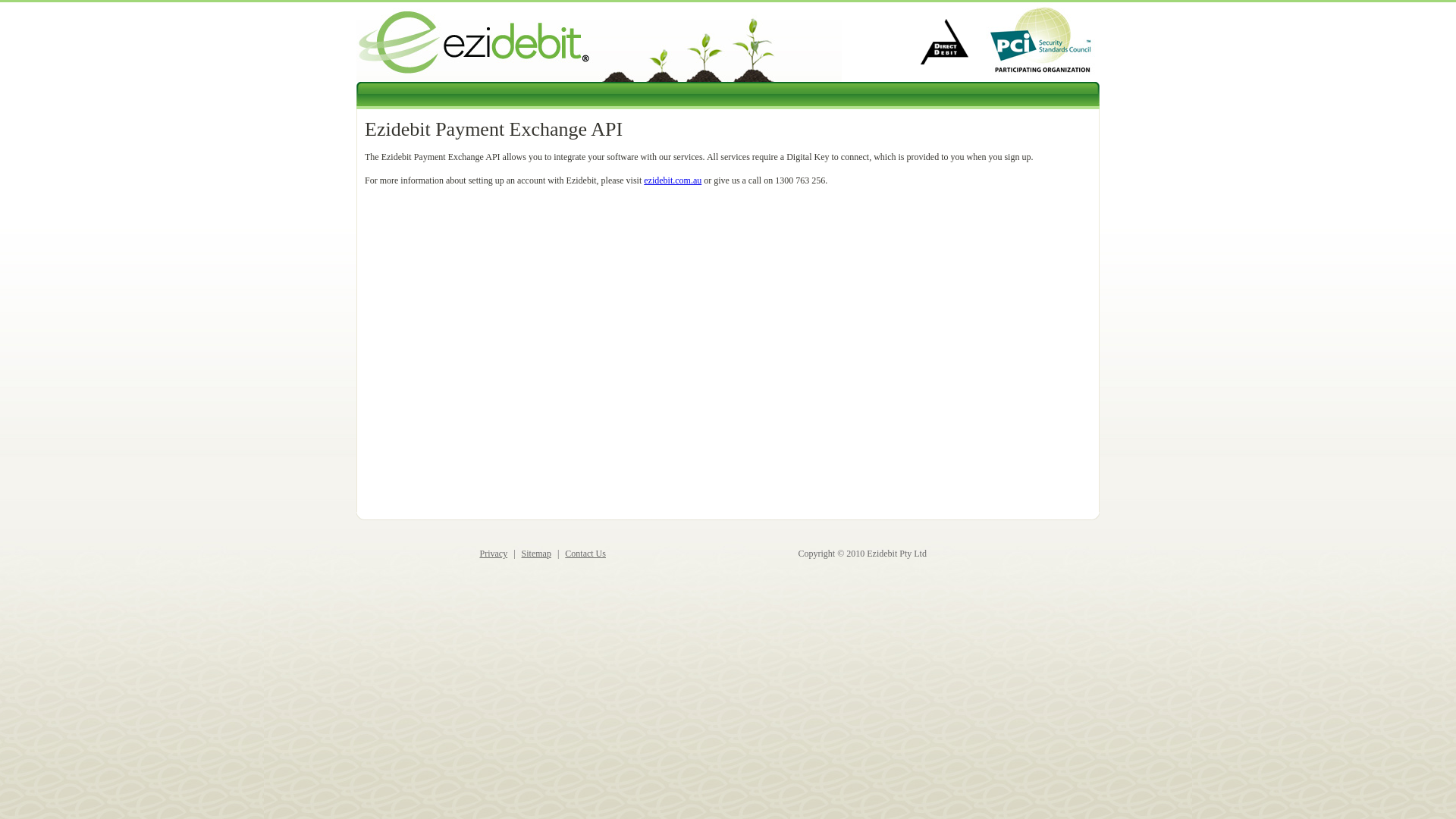 This screenshot has height=819, width=1456. What do you see at coordinates (585, 553) in the screenshot?
I see `'Contact Us'` at bounding box center [585, 553].